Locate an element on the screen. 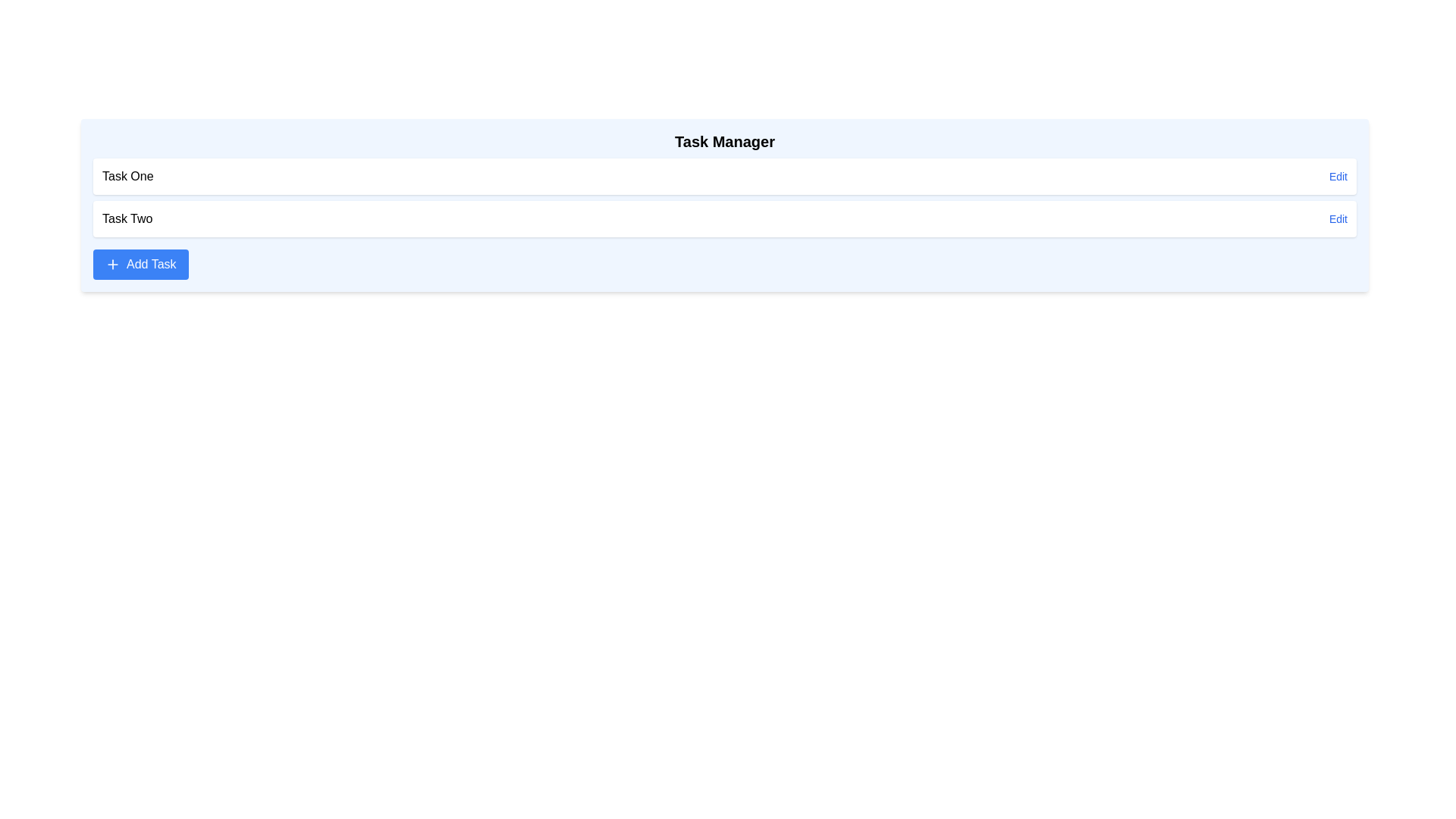 The height and width of the screenshot is (819, 1456). the 'Add Task' button located just below the list of tasks in the 'Task Manager' interface is located at coordinates (140, 263).